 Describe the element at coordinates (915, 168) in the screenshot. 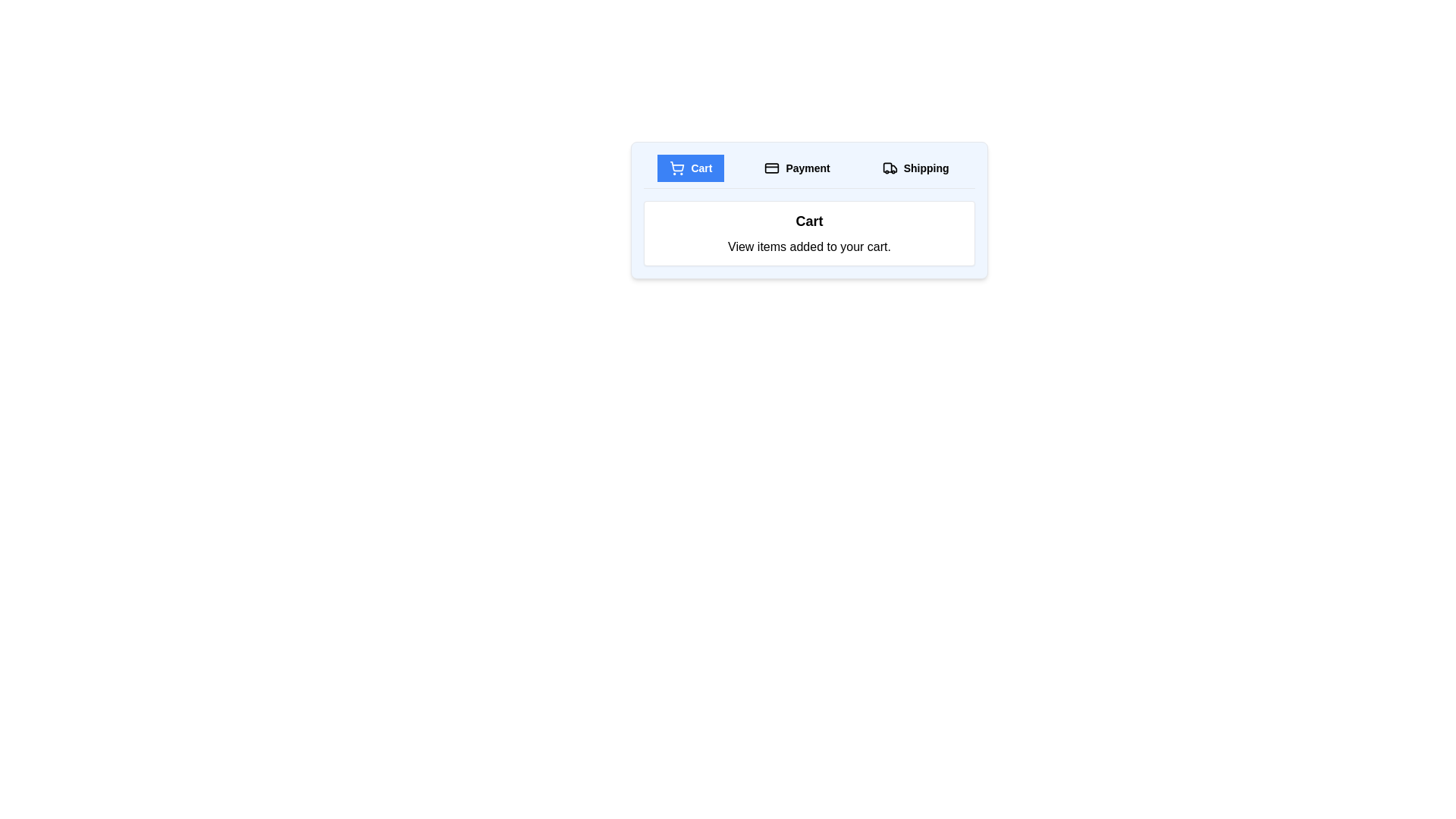

I see `the Shipping tab to switch to its content` at that location.